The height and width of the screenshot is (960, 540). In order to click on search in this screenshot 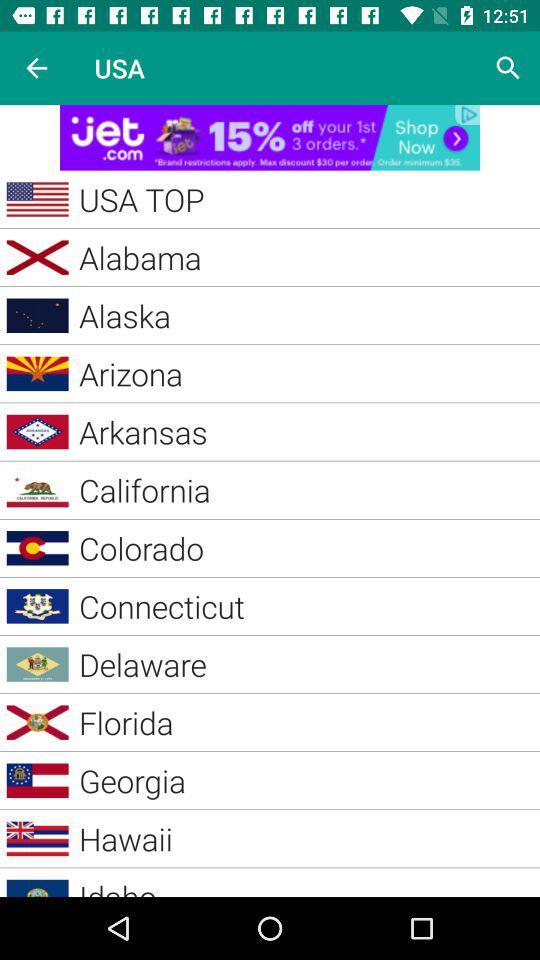, I will do `click(508, 68)`.